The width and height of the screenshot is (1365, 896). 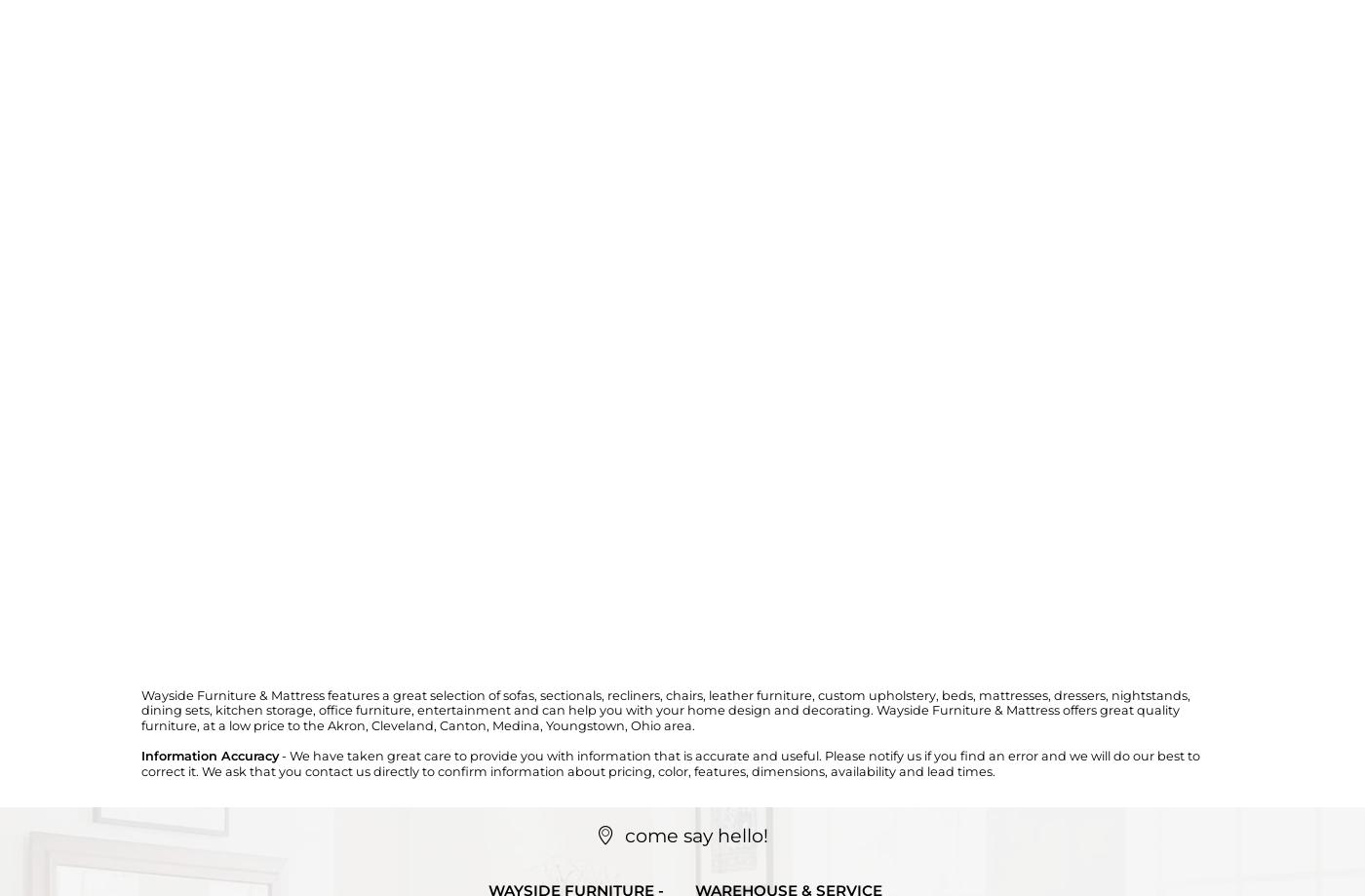 I want to click on 'kitchen storage', so click(x=264, y=709).